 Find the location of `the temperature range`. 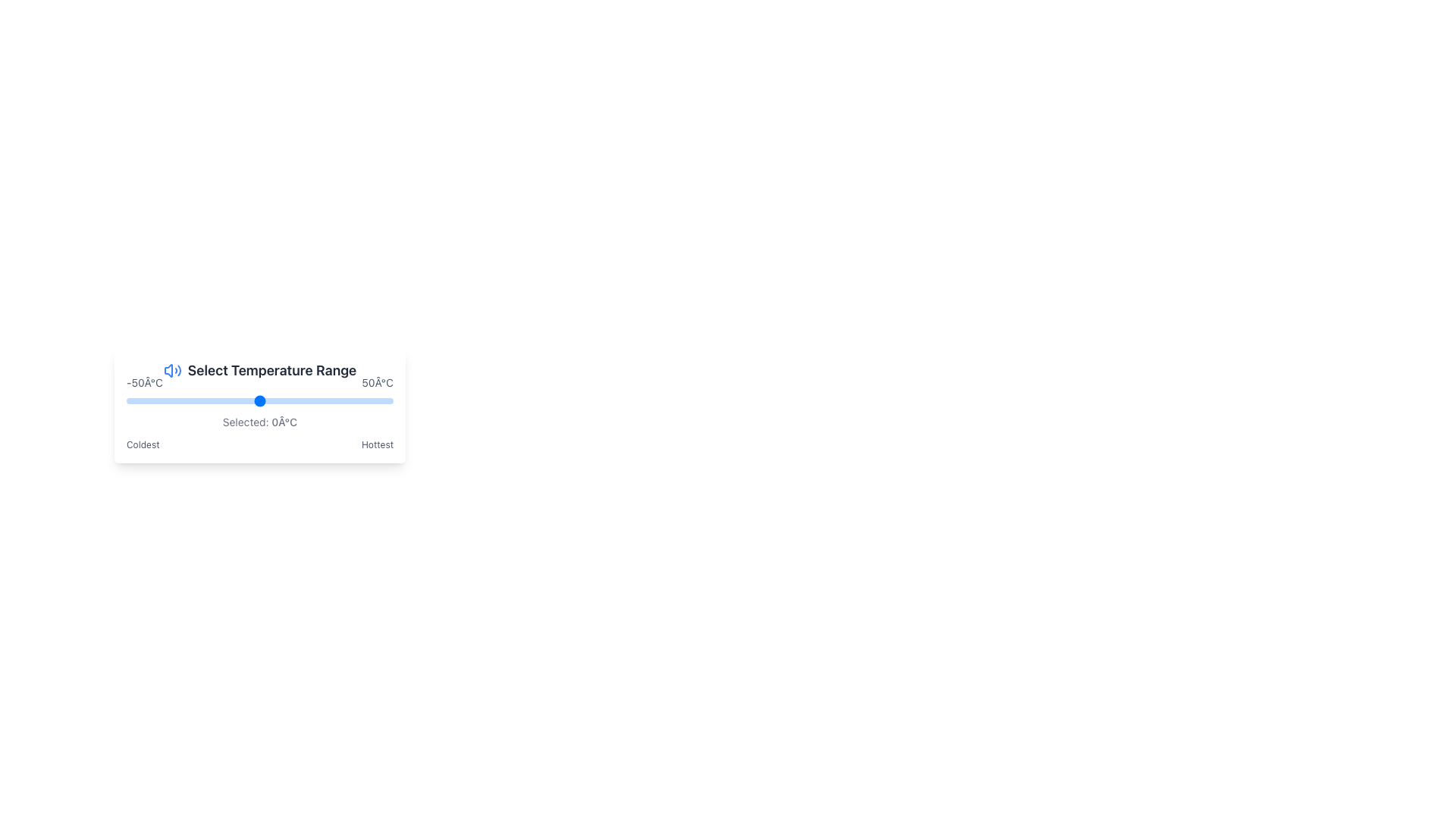

the temperature range is located at coordinates (337, 400).